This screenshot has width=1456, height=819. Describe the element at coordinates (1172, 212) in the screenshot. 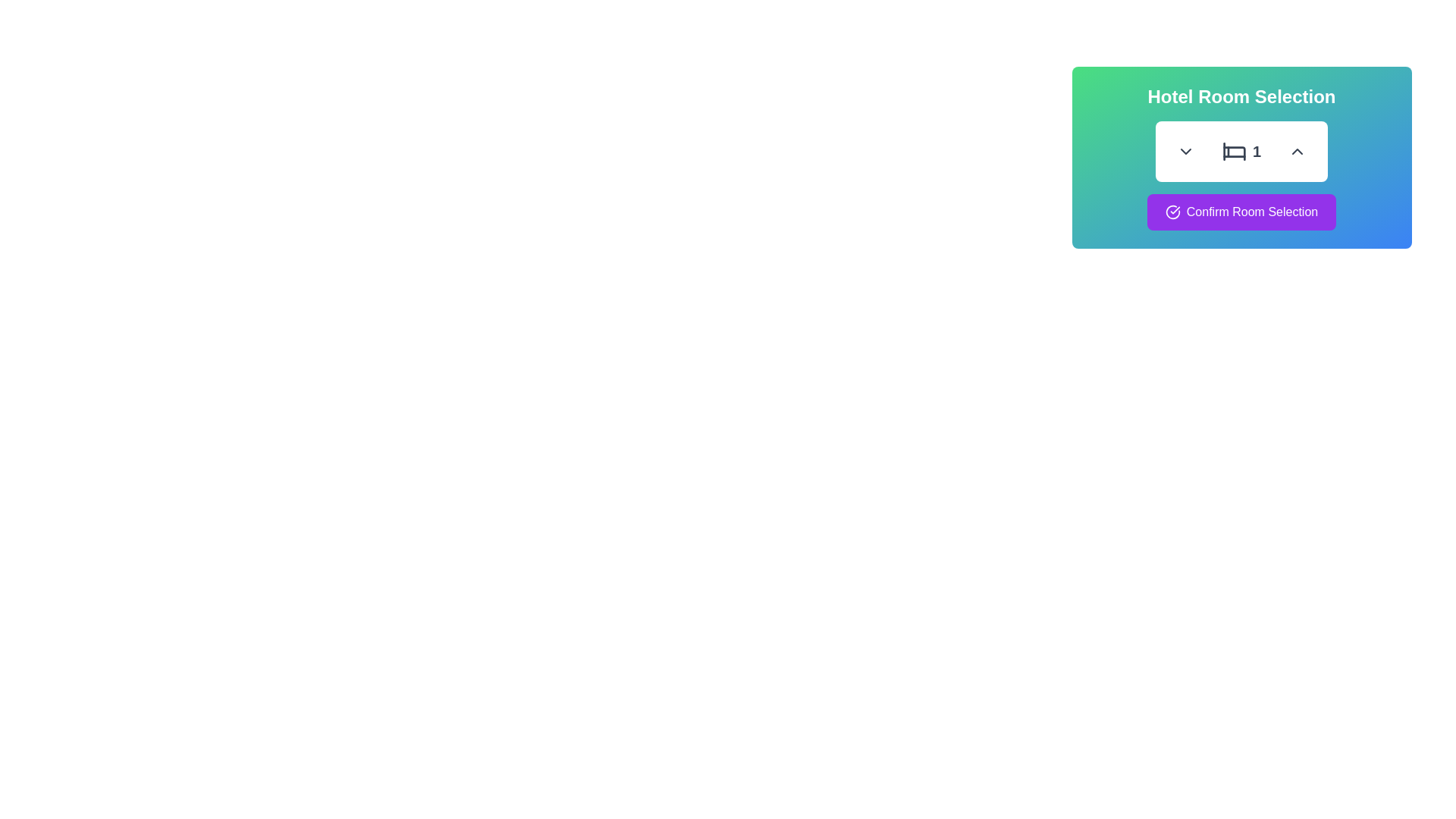

I see `the circular purple and white checkmark icon located to the left of the 'Confirm Room Selection' text within the purple button at the bottom of the card` at that location.